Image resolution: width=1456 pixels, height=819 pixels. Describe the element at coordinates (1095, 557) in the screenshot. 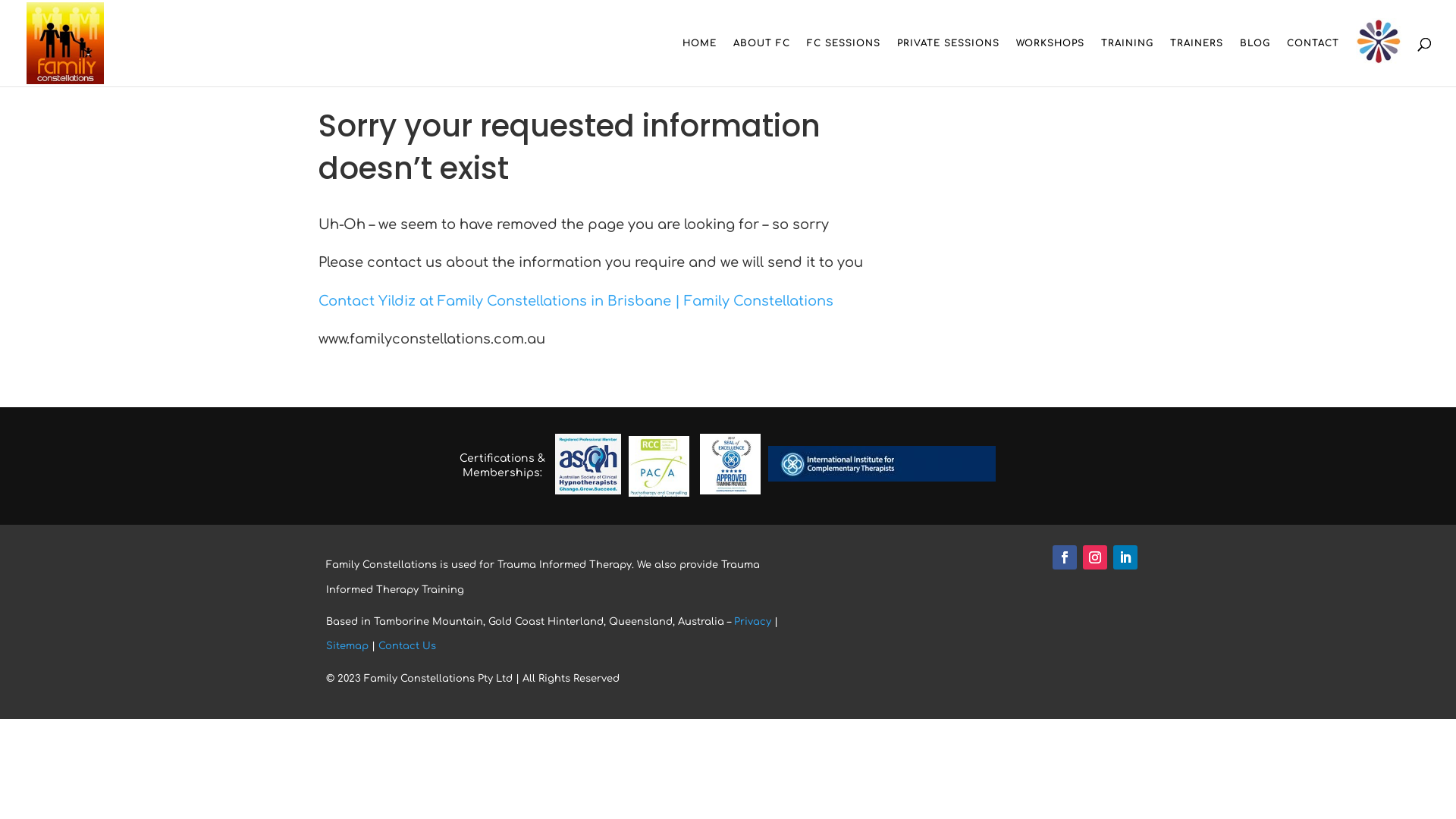

I see `'Follow on Instagram'` at that location.